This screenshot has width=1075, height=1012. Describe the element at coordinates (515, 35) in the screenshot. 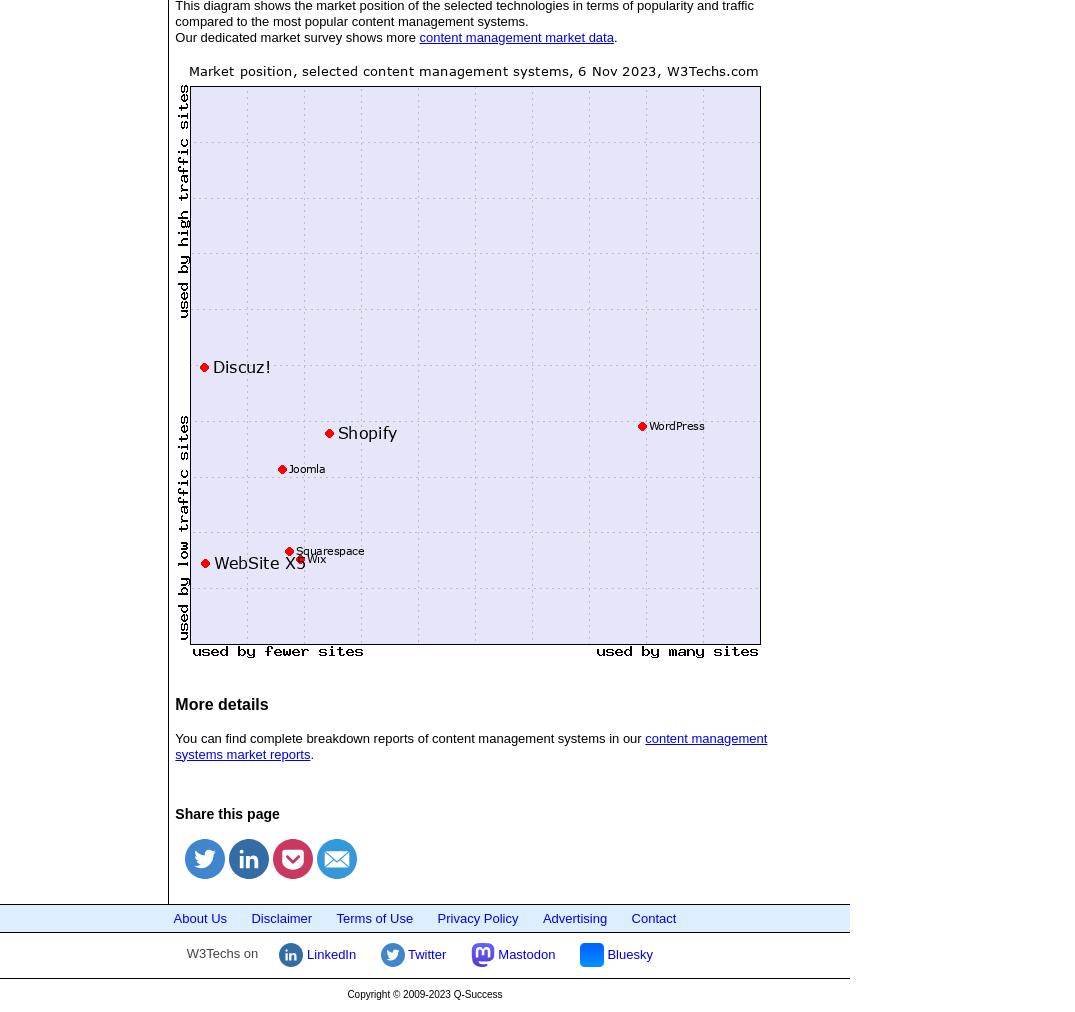

I see `'content management market data'` at that location.